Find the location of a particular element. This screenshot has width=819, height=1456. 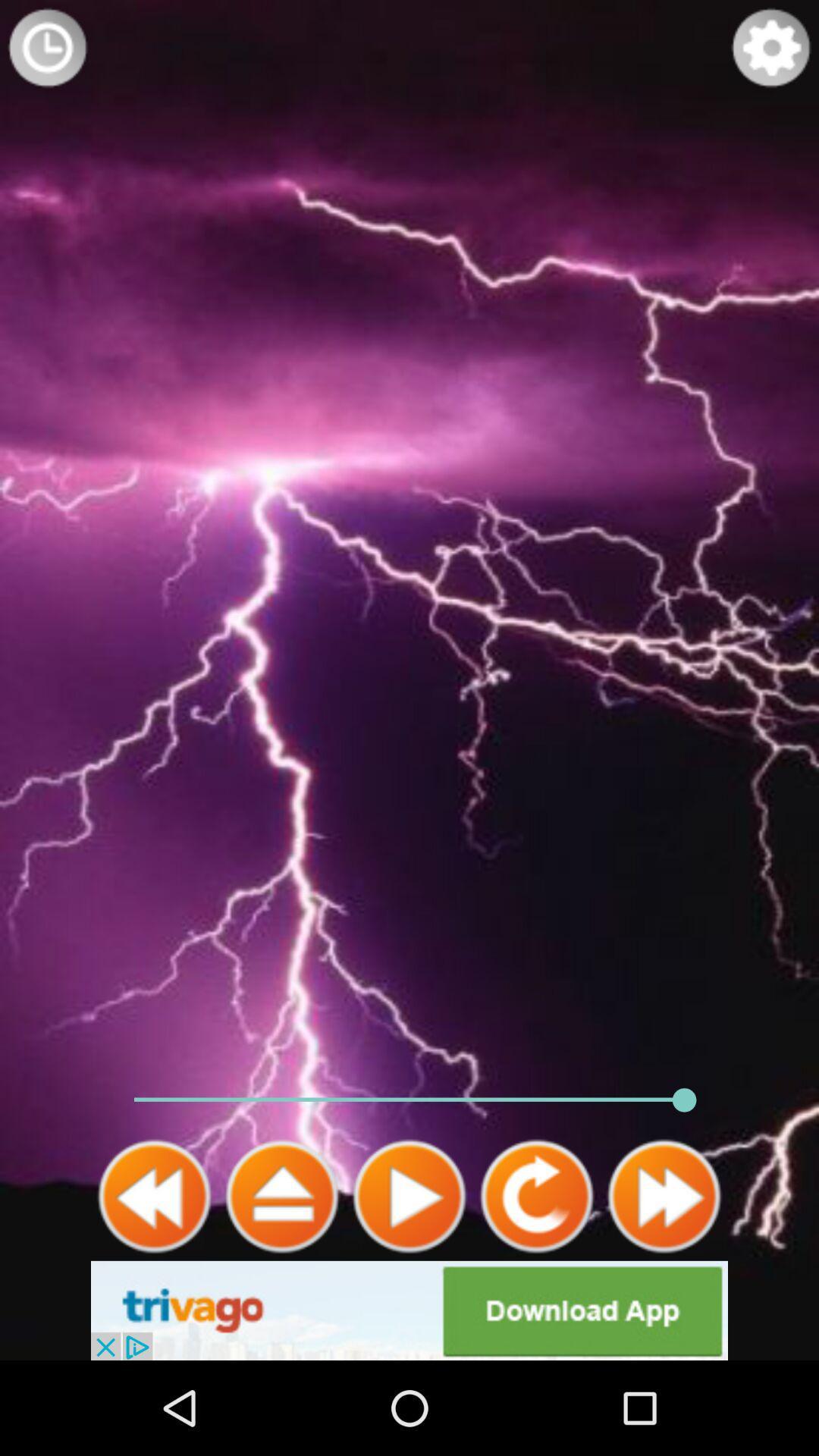

open the settings option is located at coordinates (771, 47).